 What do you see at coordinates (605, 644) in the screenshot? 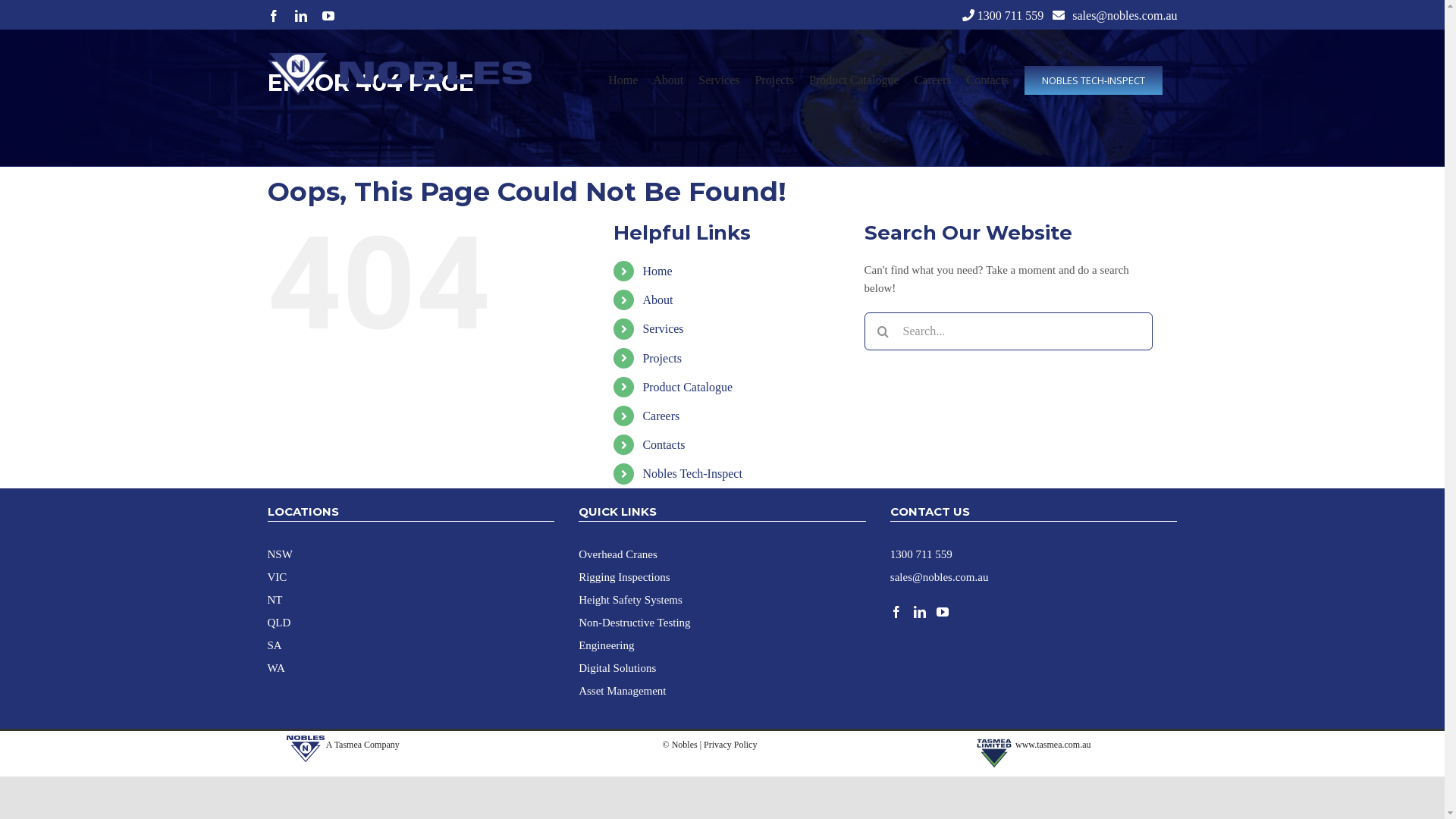
I see `'Engineering'` at bounding box center [605, 644].